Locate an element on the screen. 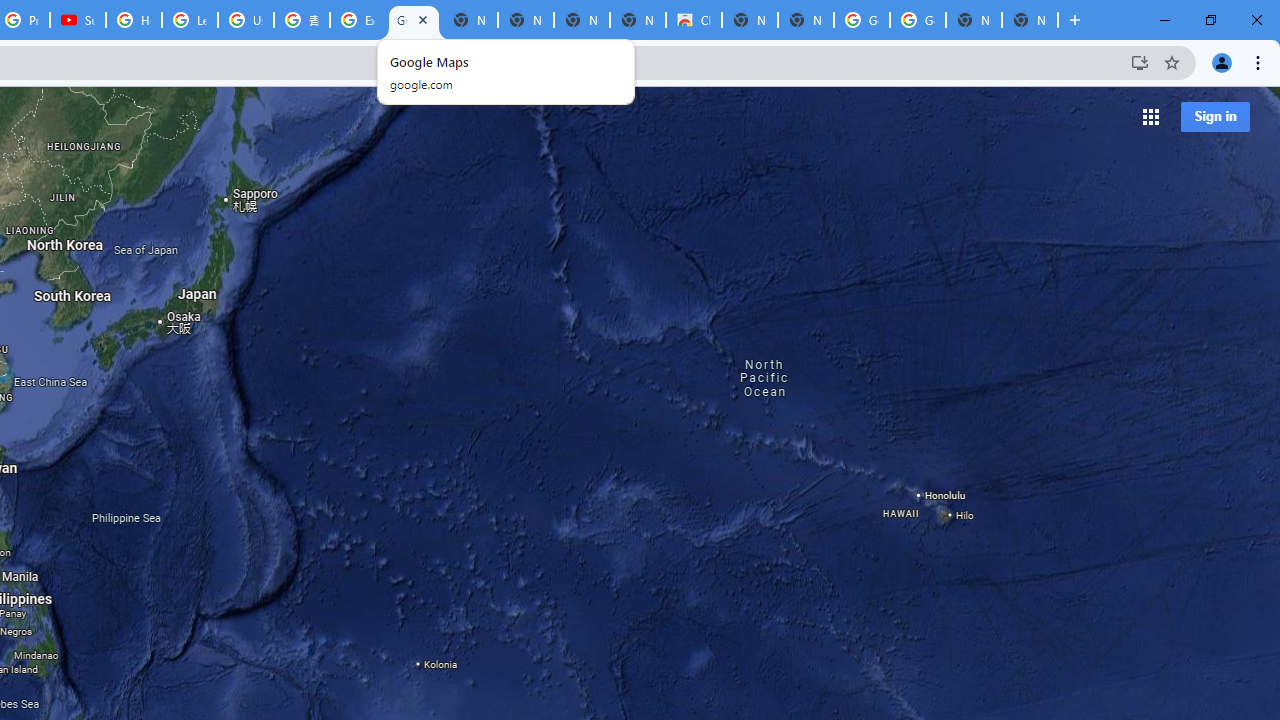 The height and width of the screenshot is (720, 1280). 'Google Images' is located at coordinates (916, 20).